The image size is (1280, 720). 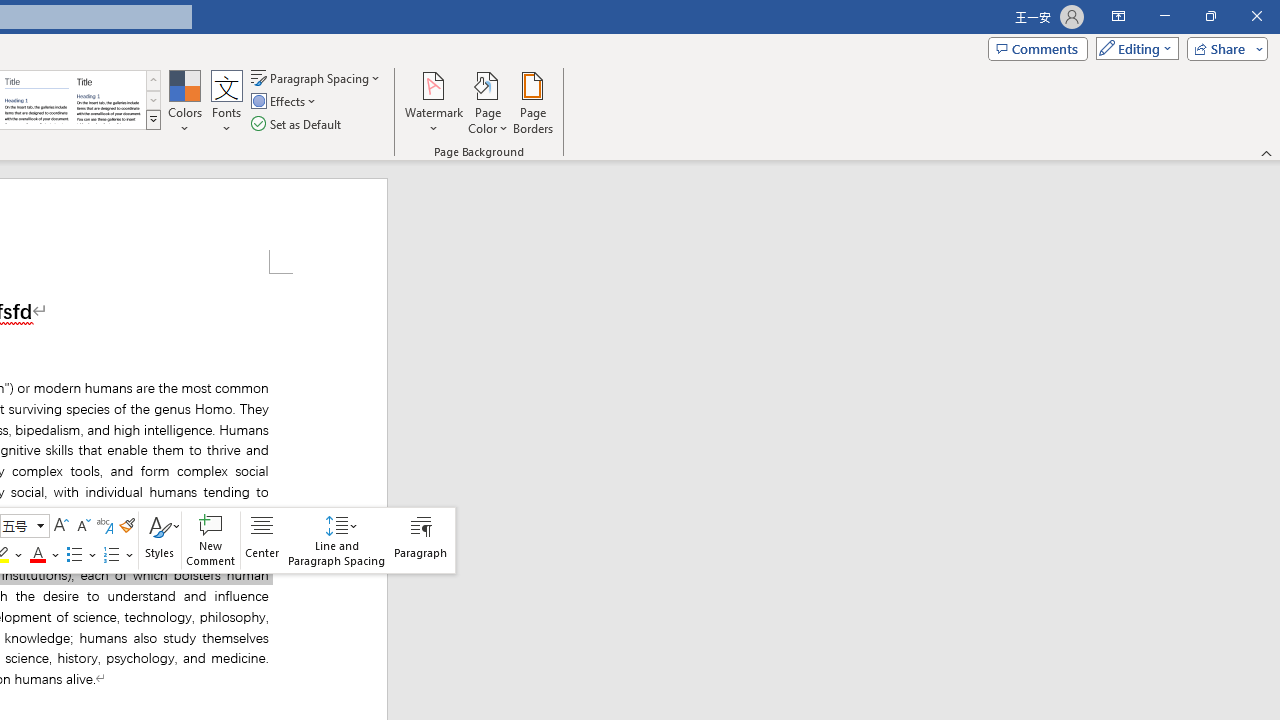 I want to click on 'Page Borders...', so click(x=533, y=103).